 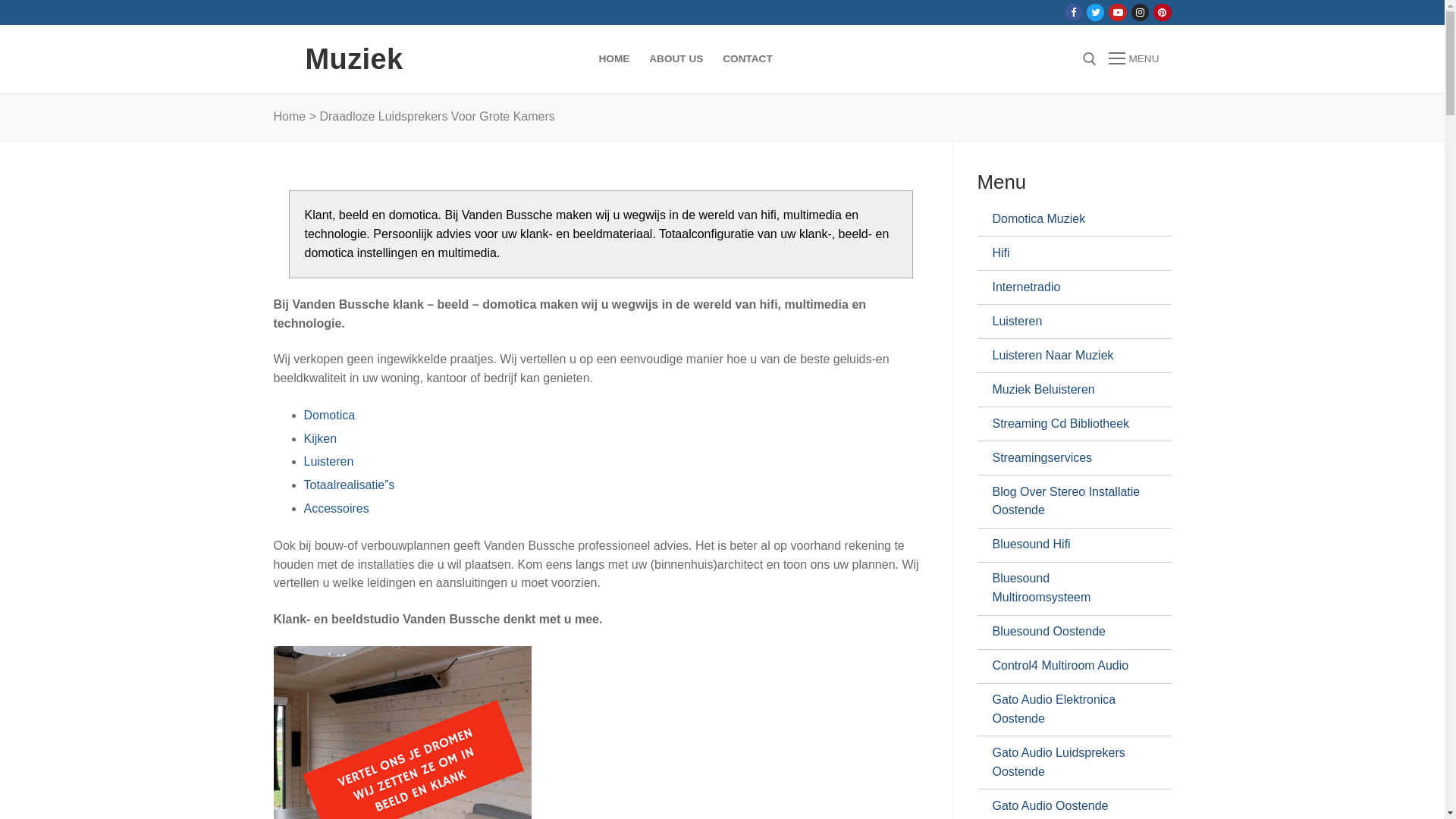 I want to click on 'Twitter', so click(x=1090, y=12).